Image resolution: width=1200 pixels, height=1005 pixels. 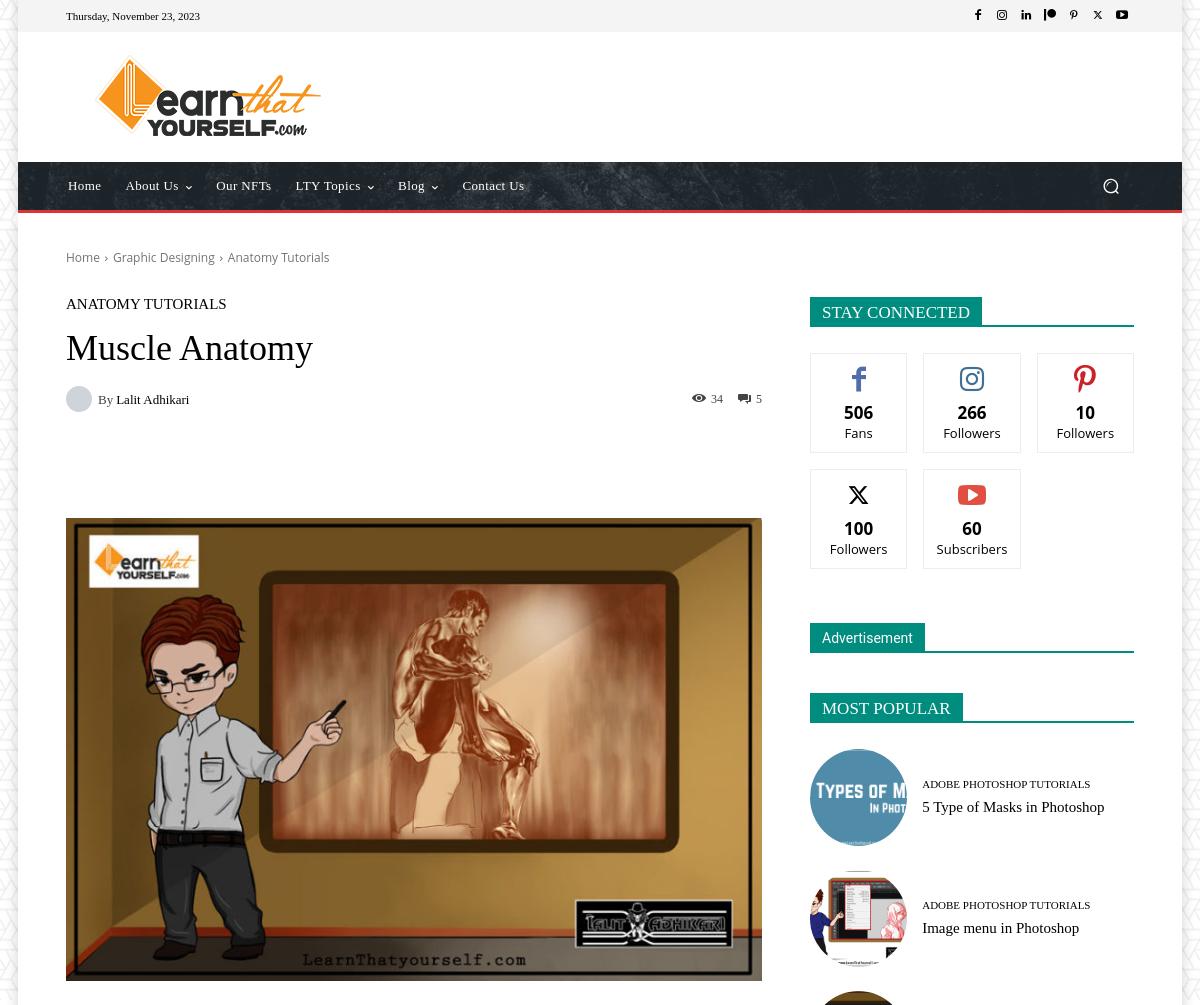 What do you see at coordinates (1013, 807) in the screenshot?
I see `'5 Type of Masks in Photoshop'` at bounding box center [1013, 807].